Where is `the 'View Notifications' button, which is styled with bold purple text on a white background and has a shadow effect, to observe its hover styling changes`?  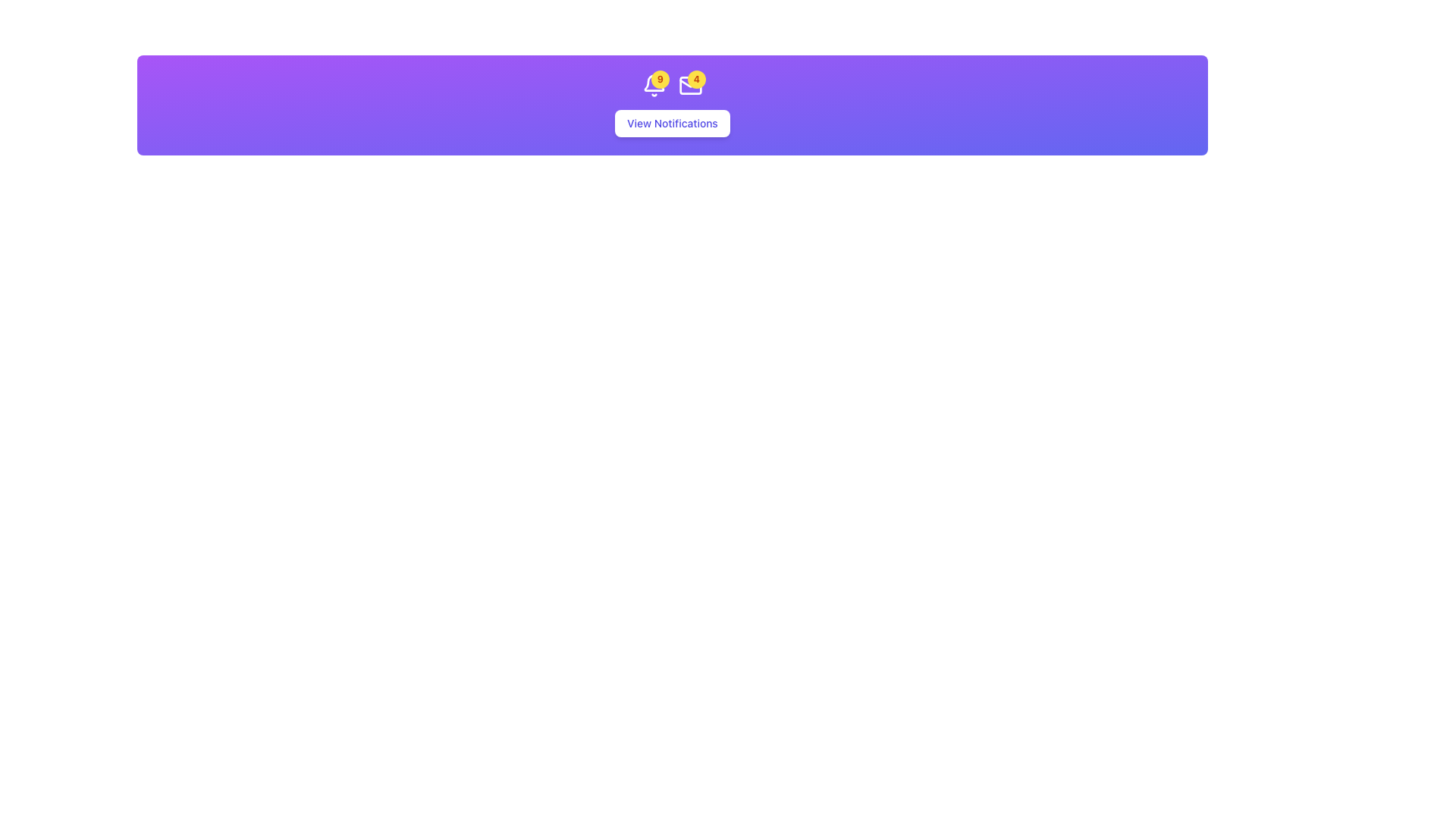 the 'View Notifications' button, which is styled with bold purple text on a white background and has a shadow effect, to observe its hover styling changes is located at coordinates (672, 122).